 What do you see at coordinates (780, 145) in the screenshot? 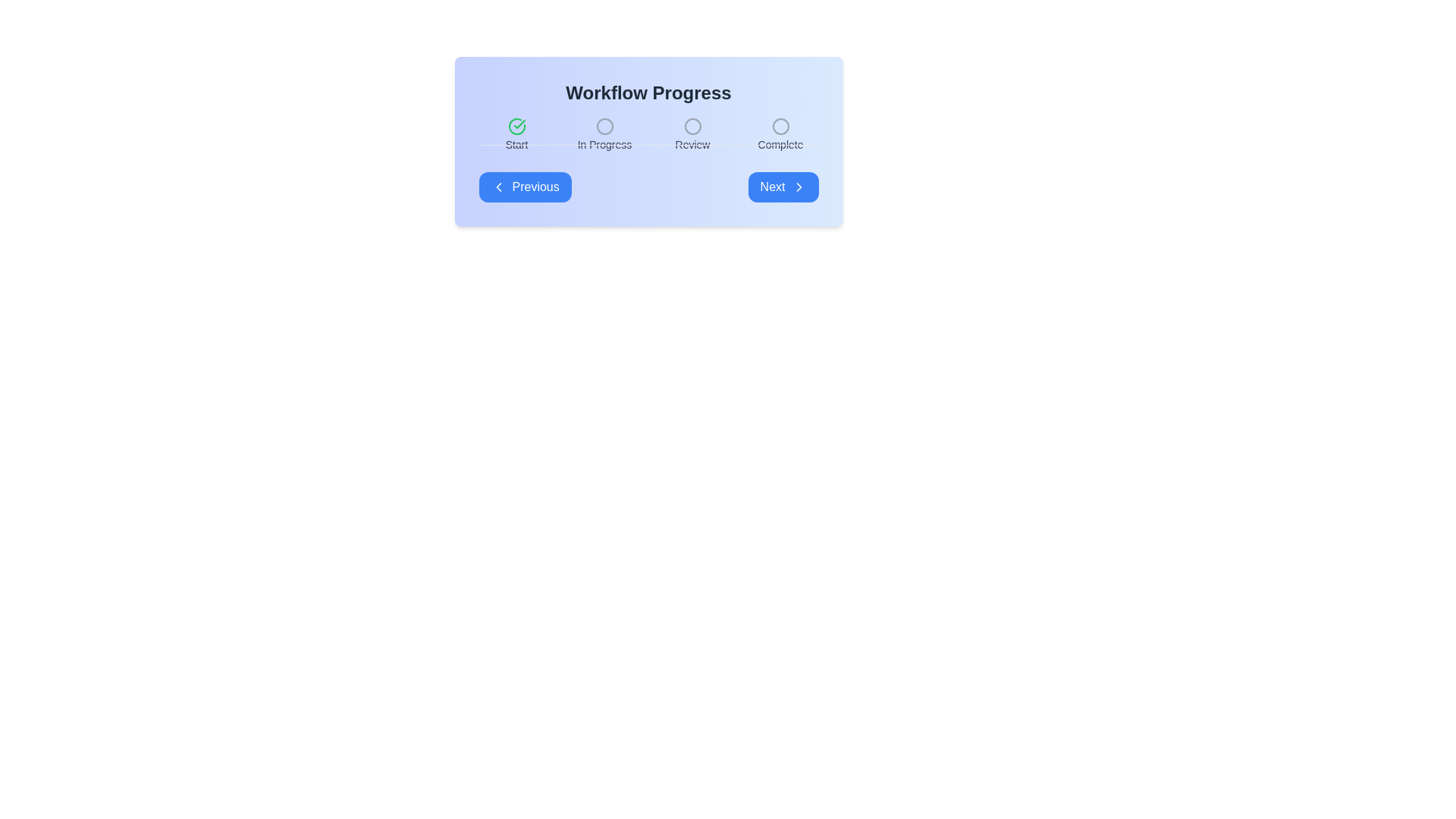
I see `the text label reading 'Complete' which is styled in gray and located below the circular icon in the fourth column of a workflow progress component` at bounding box center [780, 145].